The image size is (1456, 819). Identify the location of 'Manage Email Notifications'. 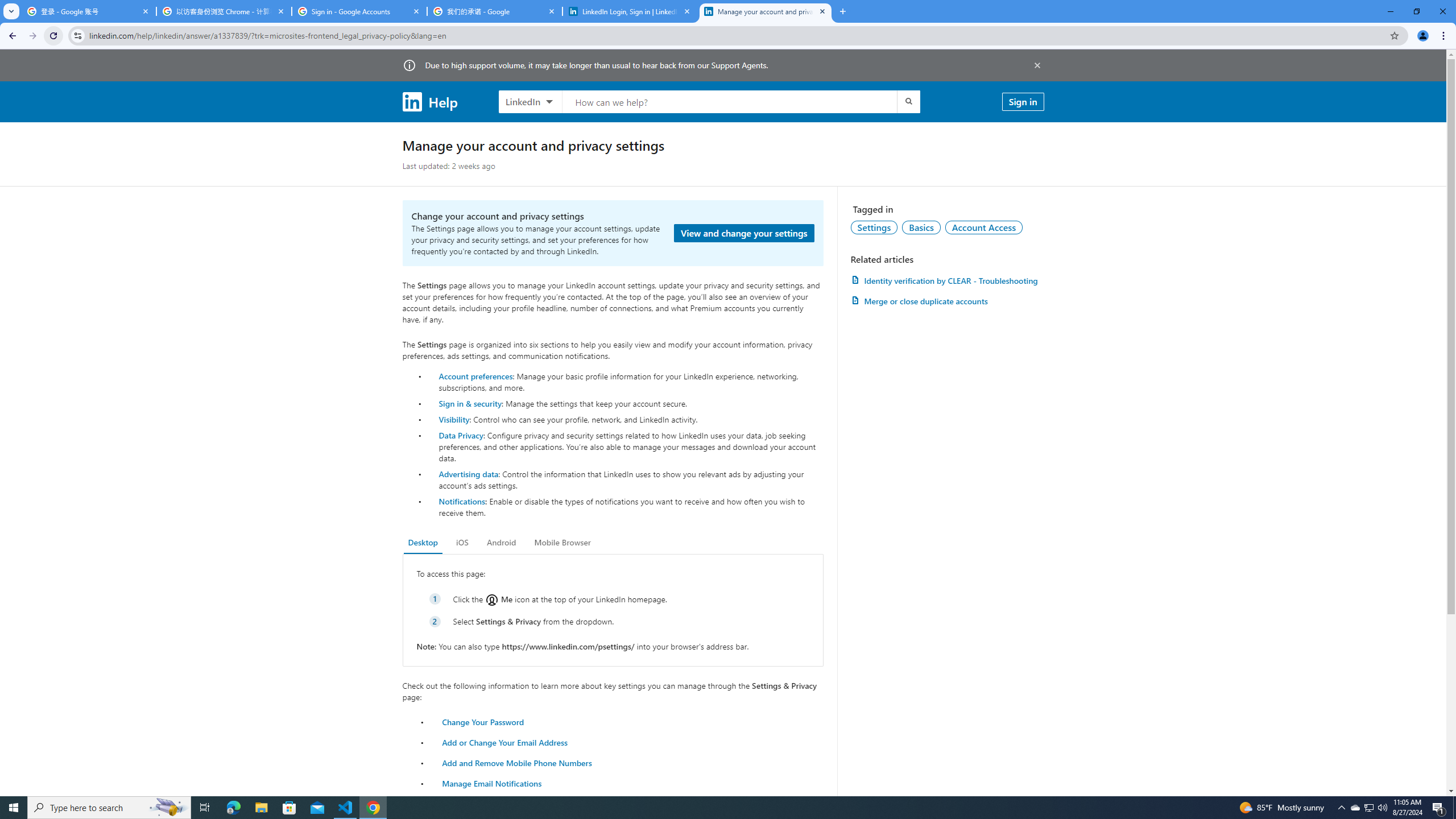
(491, 782).